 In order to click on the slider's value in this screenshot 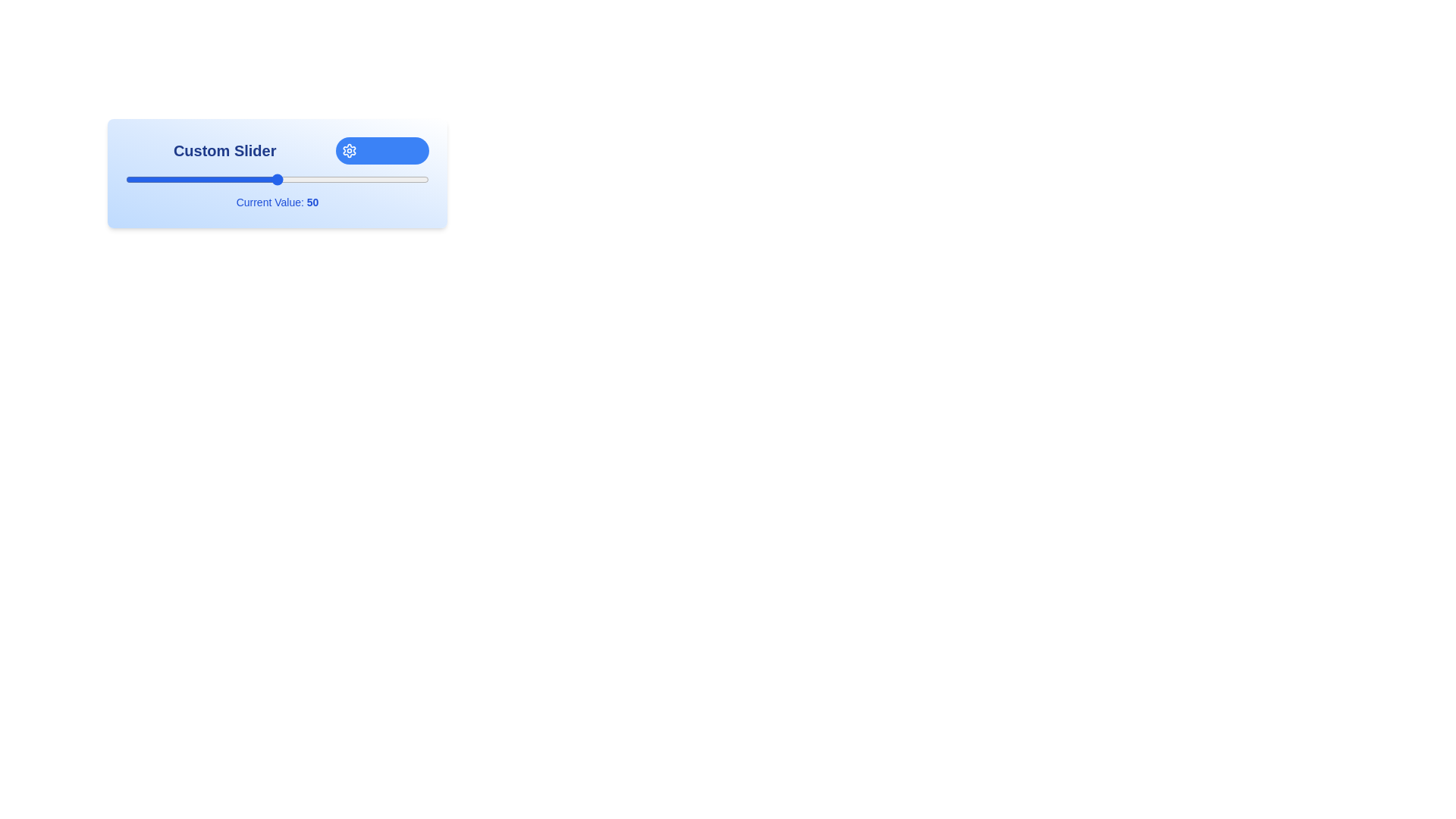, I will do `click(401, 178)`.